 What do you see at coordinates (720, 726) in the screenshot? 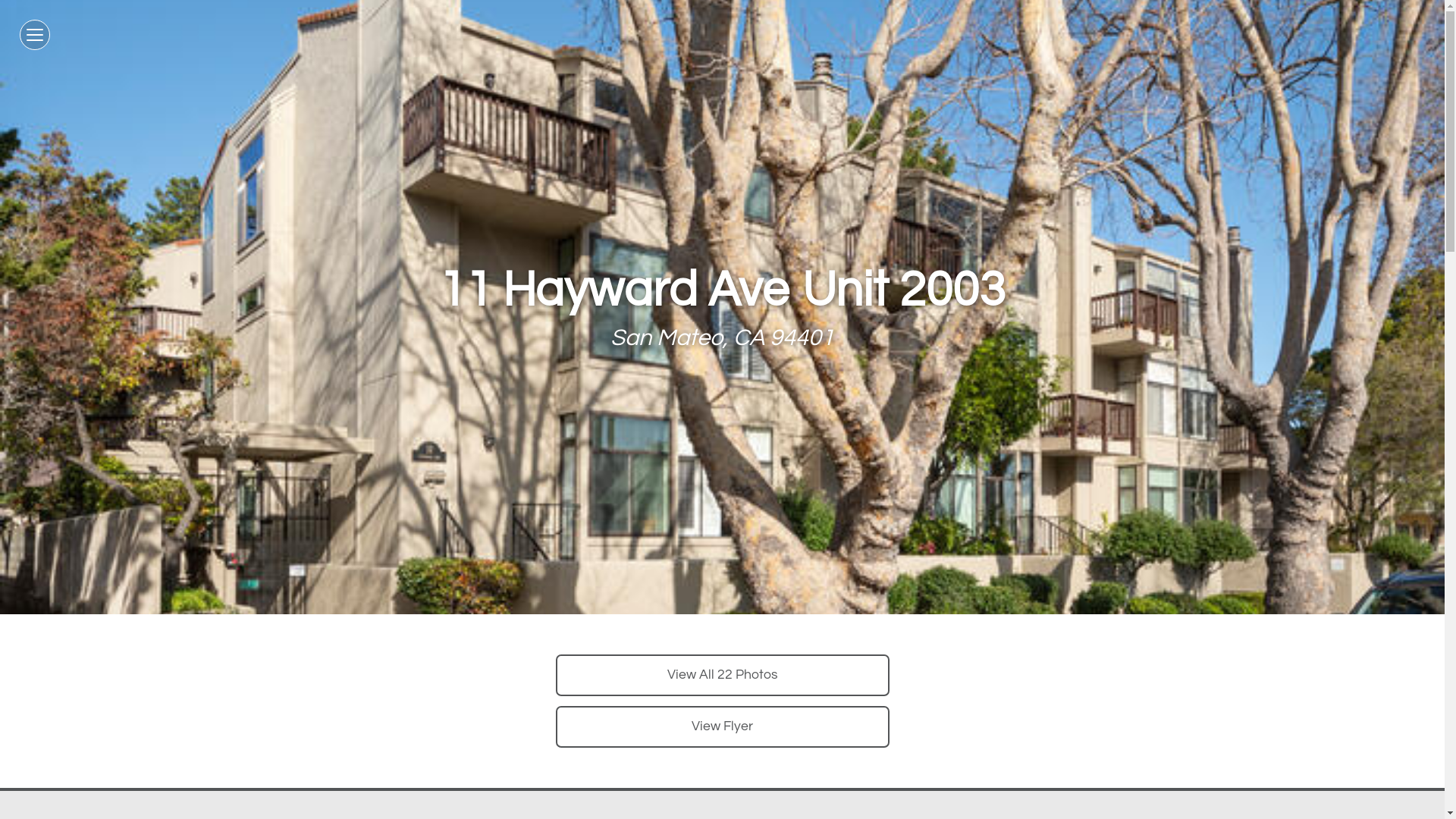
I see `'View Flyer'` at bounding box center [720, 726].